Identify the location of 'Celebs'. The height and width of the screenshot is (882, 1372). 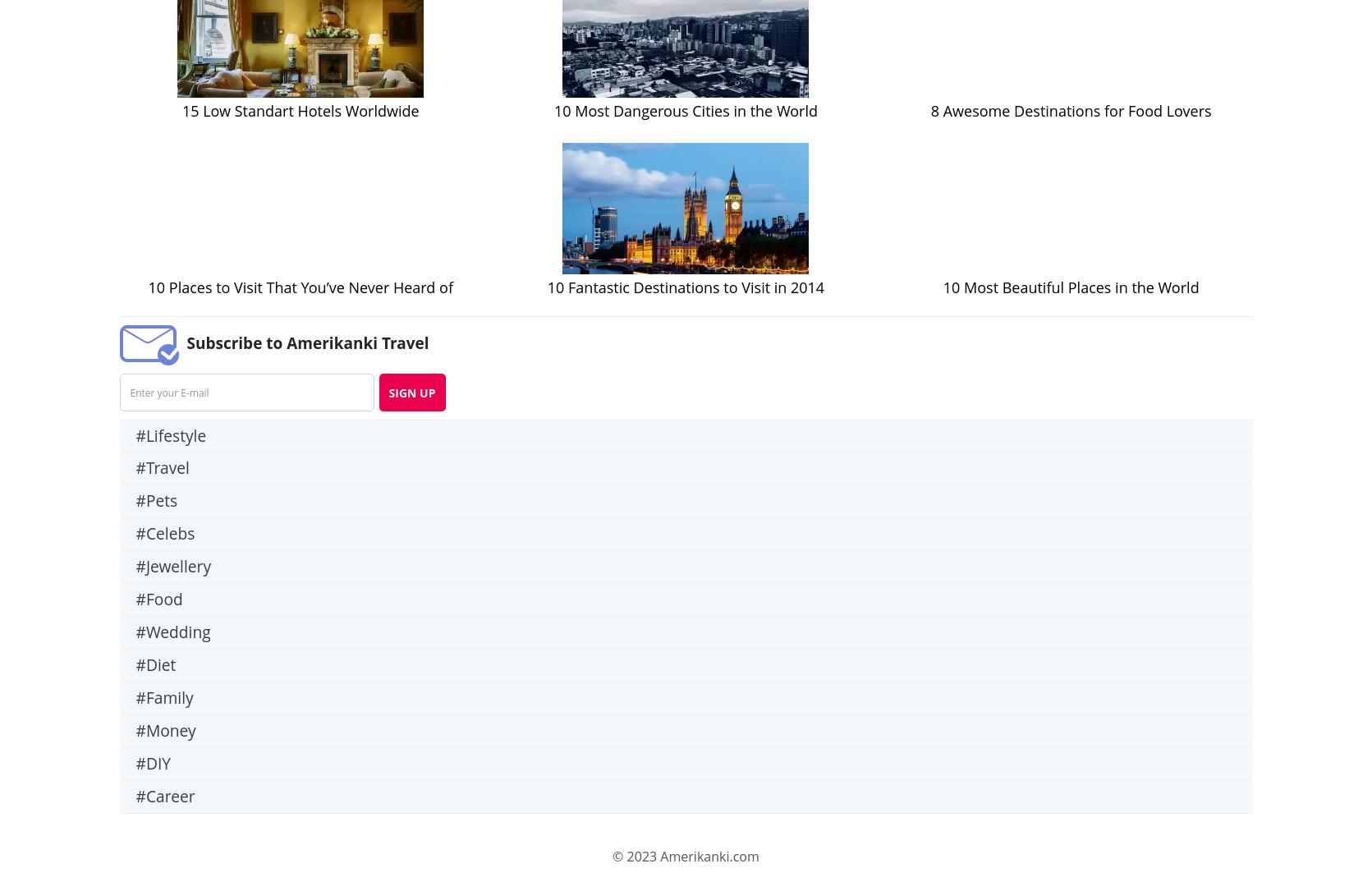
(170, 532).